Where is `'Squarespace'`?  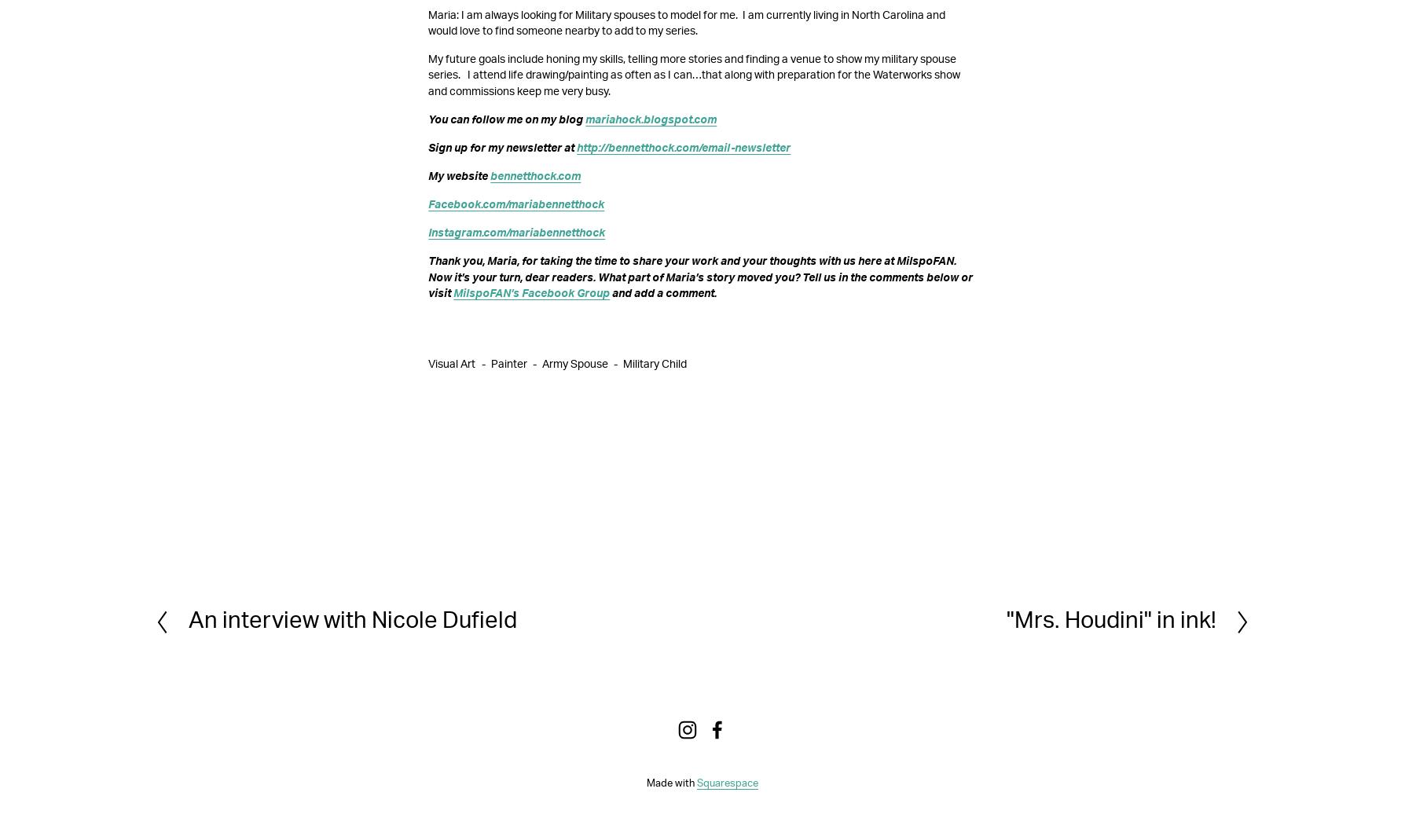
'Squarespace' is located at coordinates (696, 782).